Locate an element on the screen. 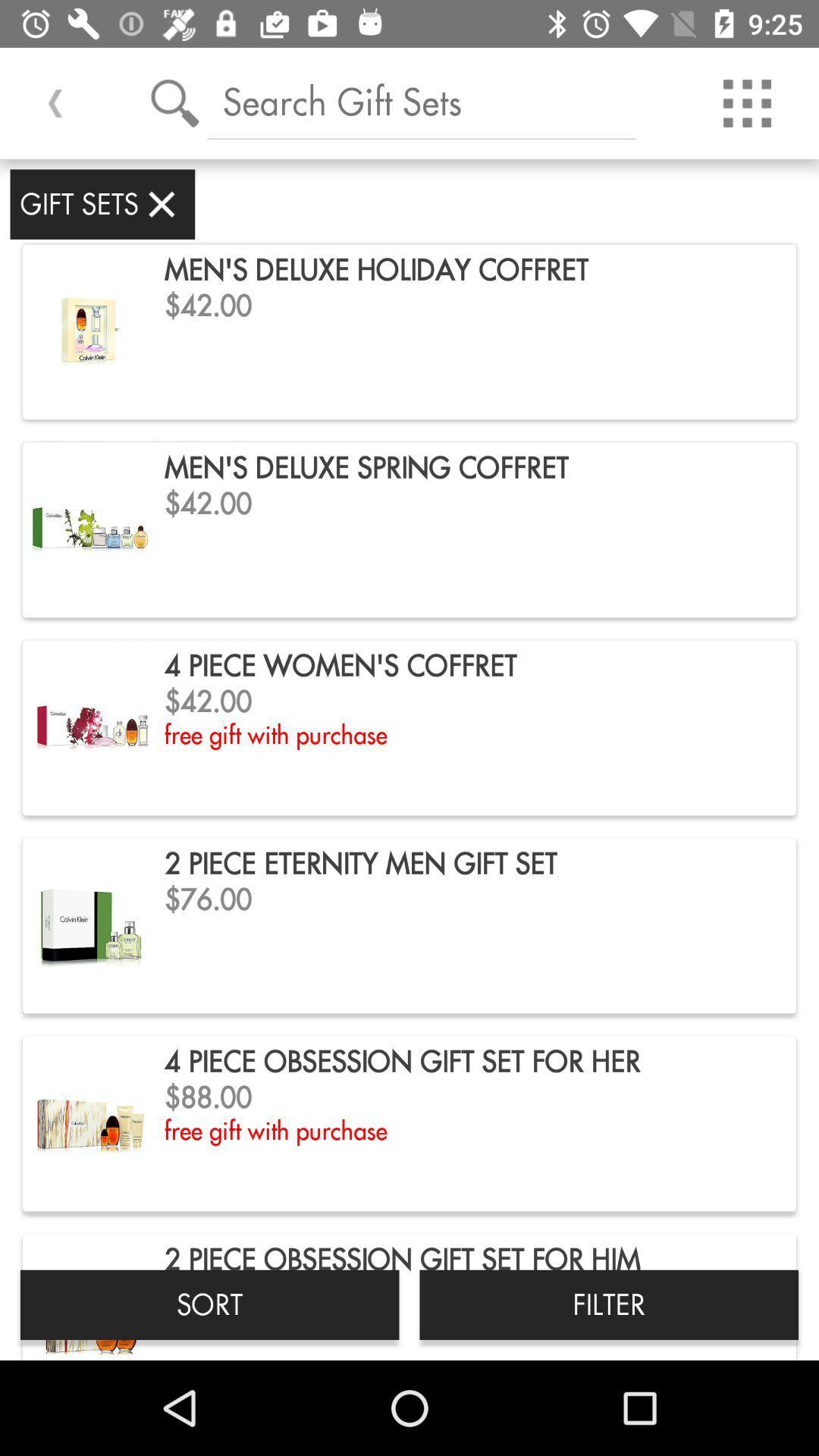  item above gift sets is located at coordinates (55, 102).